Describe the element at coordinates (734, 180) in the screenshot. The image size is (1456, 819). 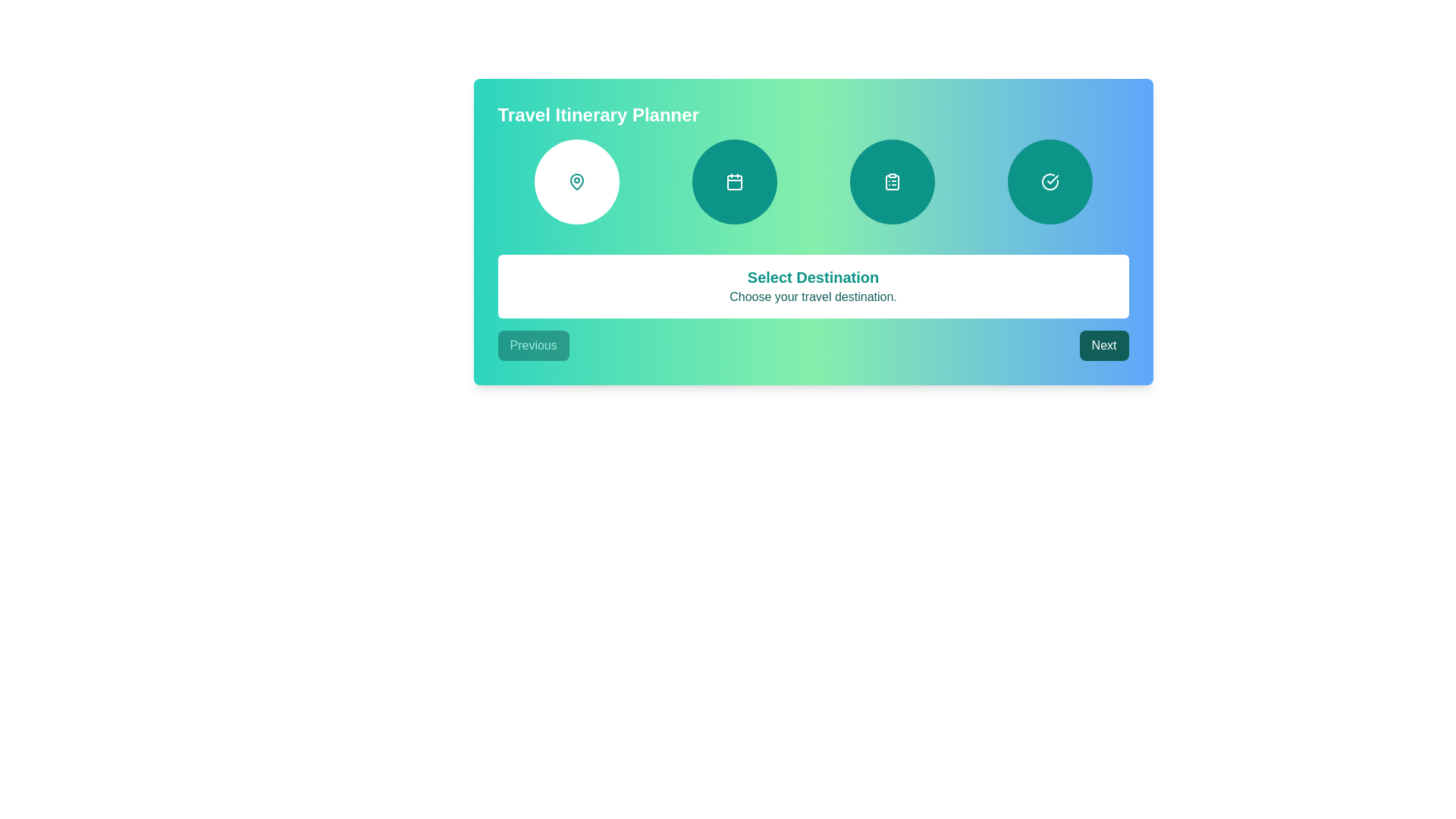
I see `the second button from the left in a set of four buttons, which opens a calendar or date-related functionality` at that location.